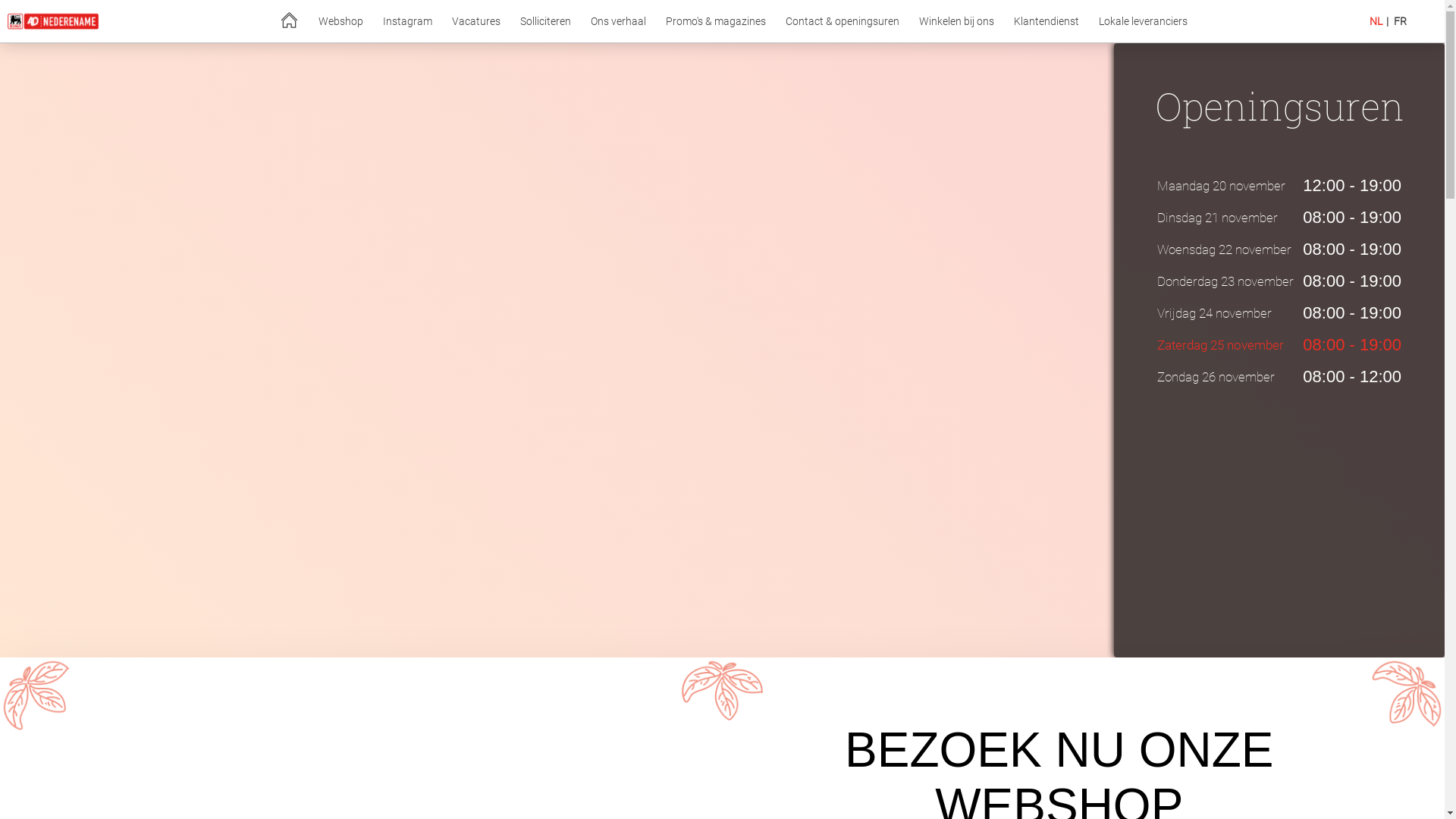  What do you see at coordinates (340, 20) in the screenshot?
I see `'Webshop'` at bounding box center [340, 20].